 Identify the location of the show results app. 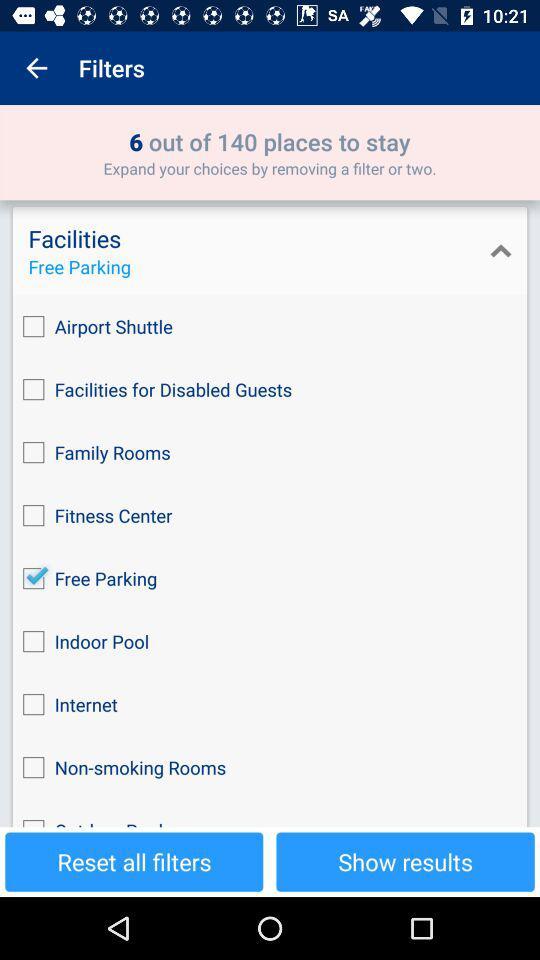
(405, 861).